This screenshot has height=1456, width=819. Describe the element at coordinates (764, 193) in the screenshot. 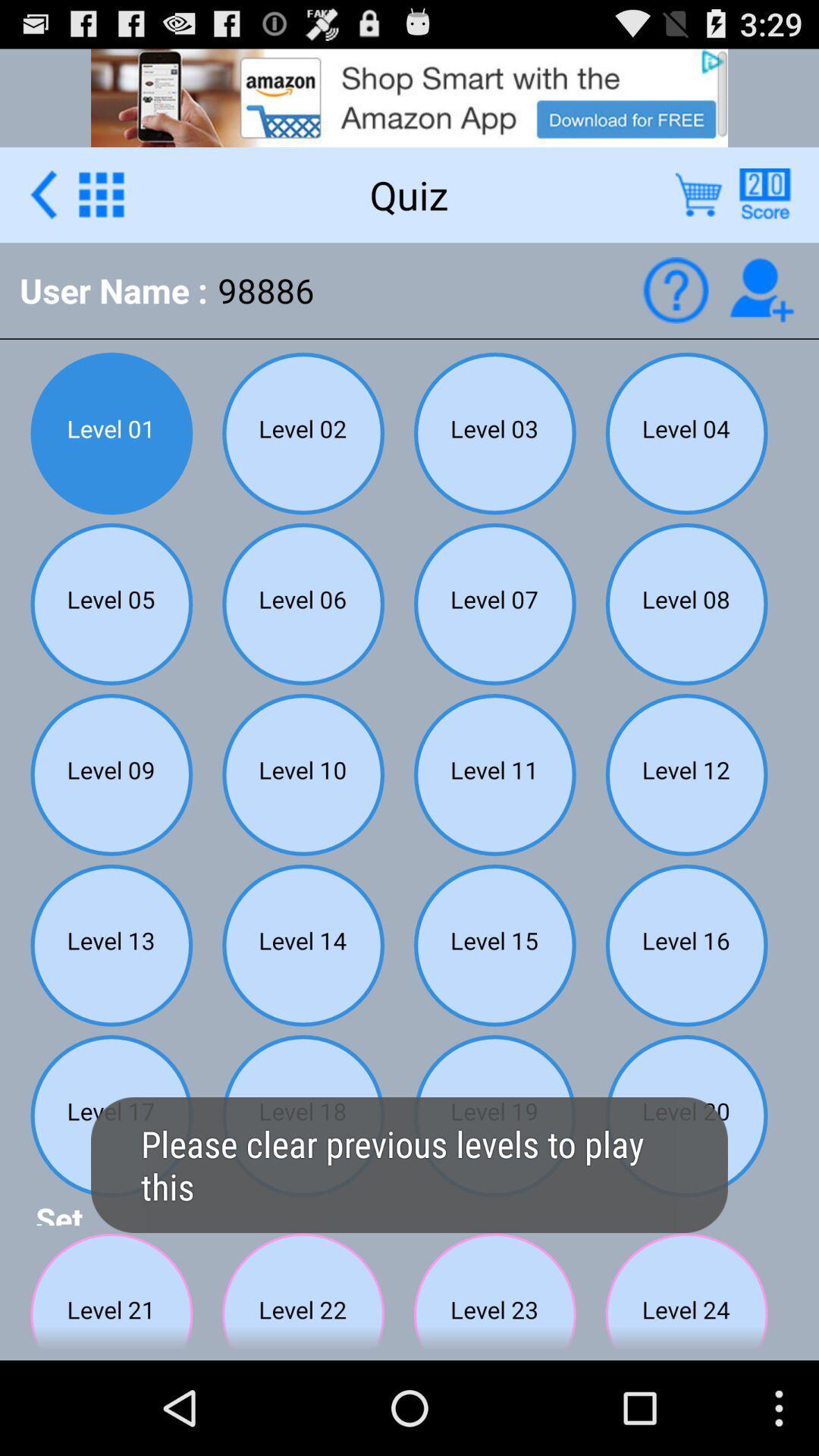

I see `open scoreboards` at that location.